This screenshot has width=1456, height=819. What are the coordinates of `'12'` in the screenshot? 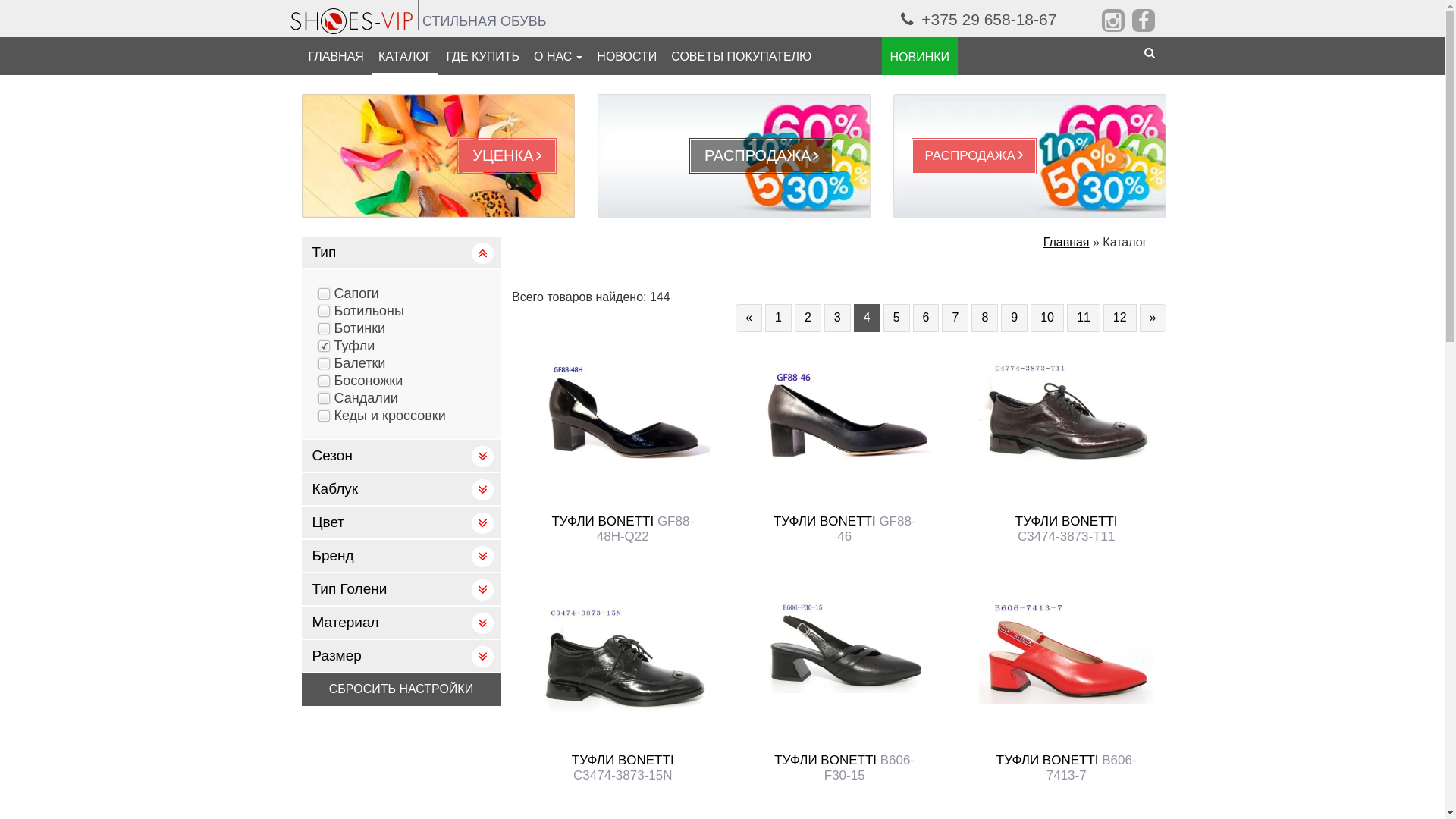 It's located at (1120, 317).